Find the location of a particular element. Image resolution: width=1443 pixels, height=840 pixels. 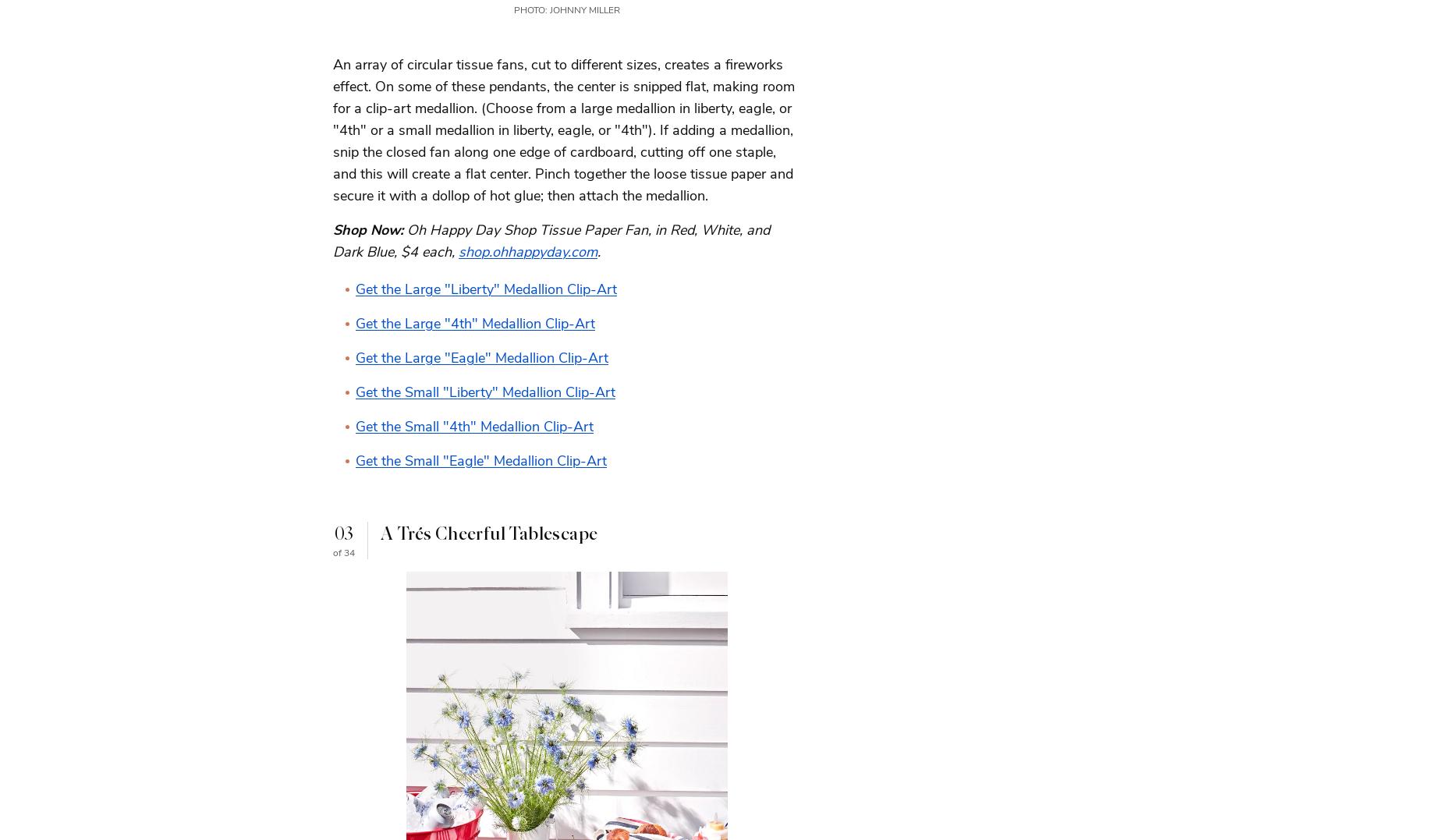

'An array of circular tissue fans, cut to different sizes, creates a fireworks effect. On some of these pendants, the center is snipped flat, making room for a clip-art medallion. (Choose from a large medallion in liberty, eagle, or "4th" or a small medallion in liberty, eagle, or "4th"). If adding a medallion, snip the closed fan along one edge of cardboard, cutting off one staple, and this will create a flat center. Pinch together the loose tissue paper and secure it with a dollop of hot glue; then attach the medallion.' is located at coordinates (563, 129).